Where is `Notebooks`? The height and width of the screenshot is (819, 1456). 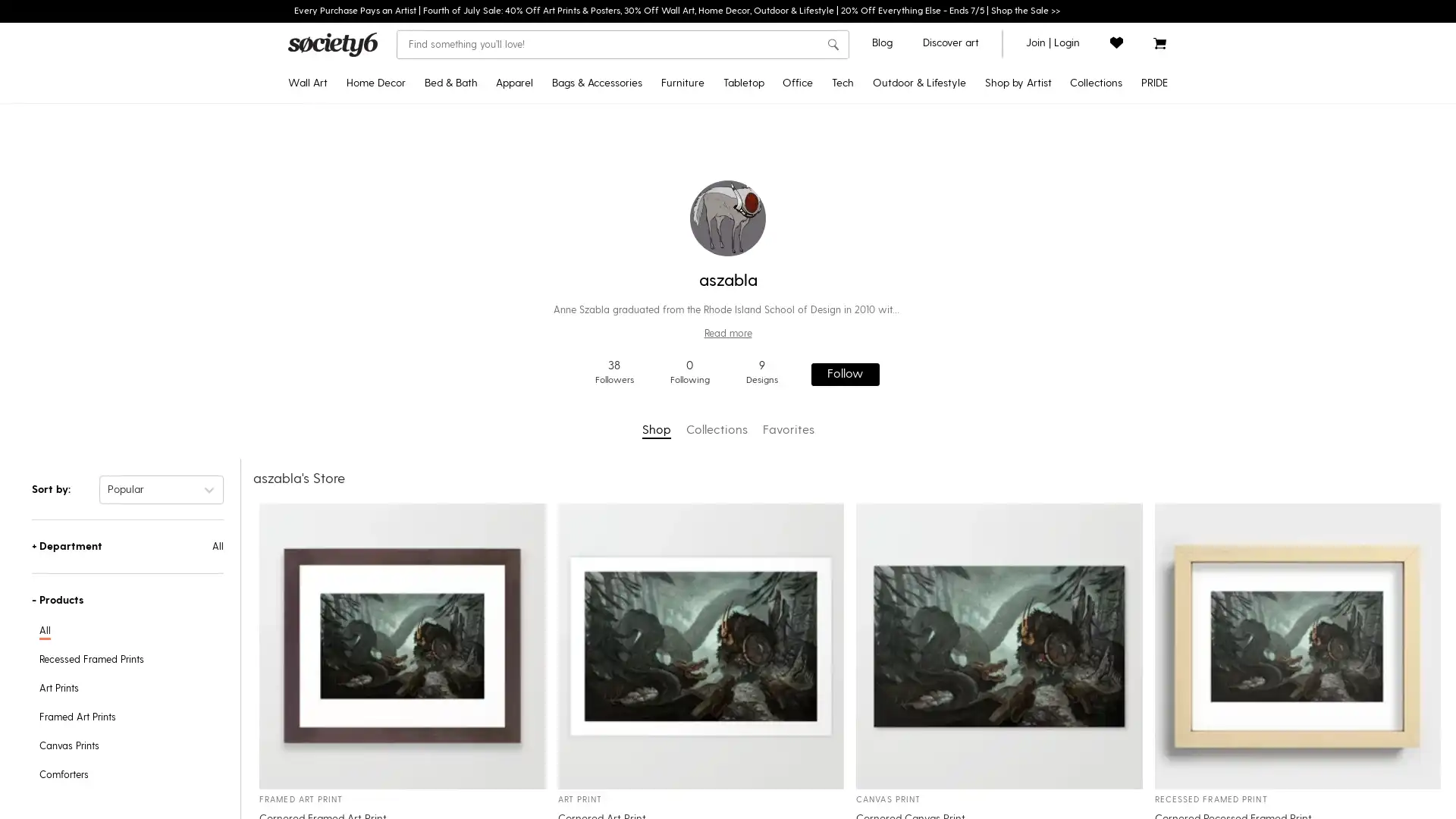 Notebooks is located at coordinates (835, 171).